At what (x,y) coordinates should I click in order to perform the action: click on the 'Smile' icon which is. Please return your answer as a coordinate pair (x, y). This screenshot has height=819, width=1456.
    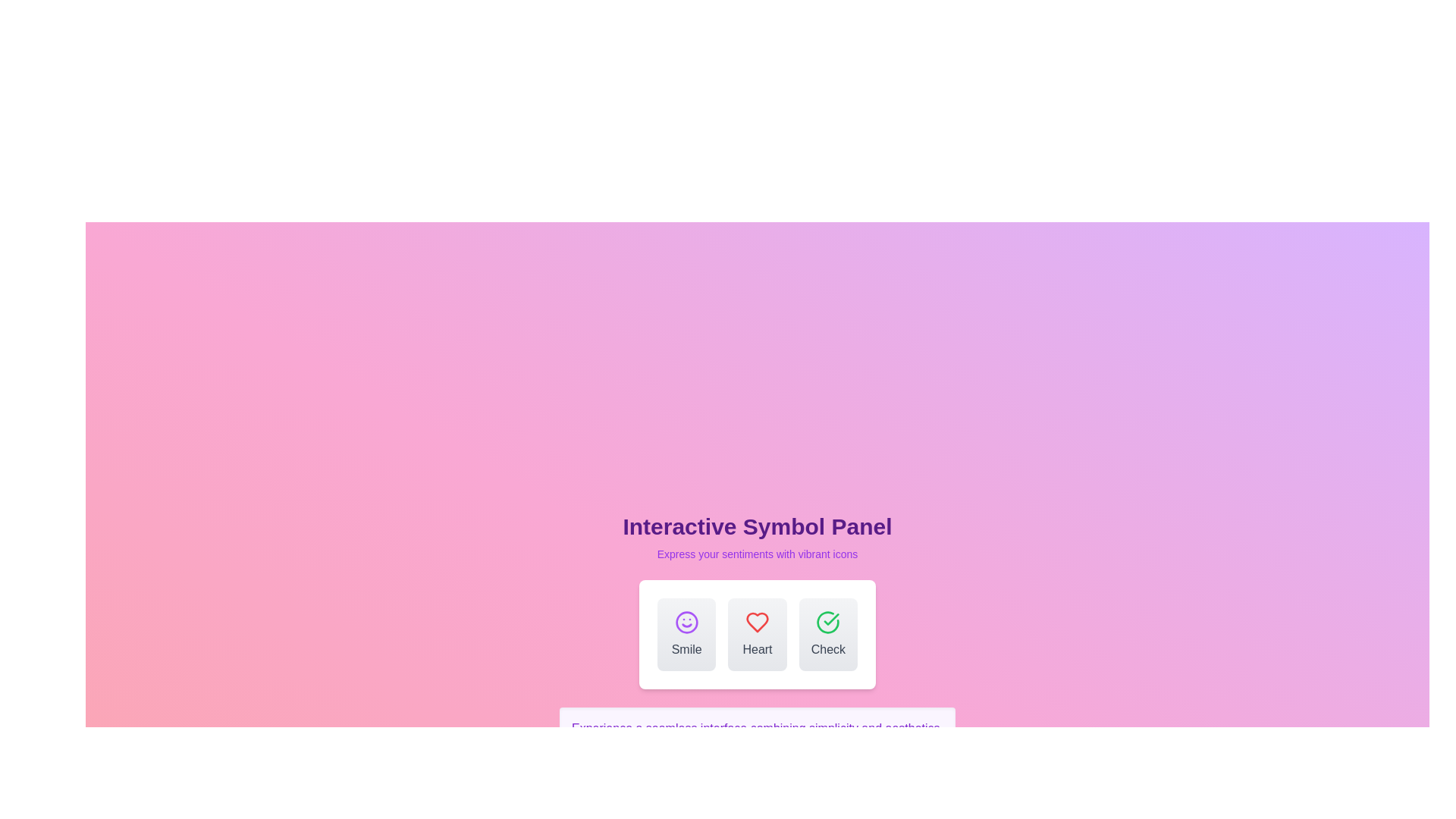
    Looking at the image, I should click on (686, 623).